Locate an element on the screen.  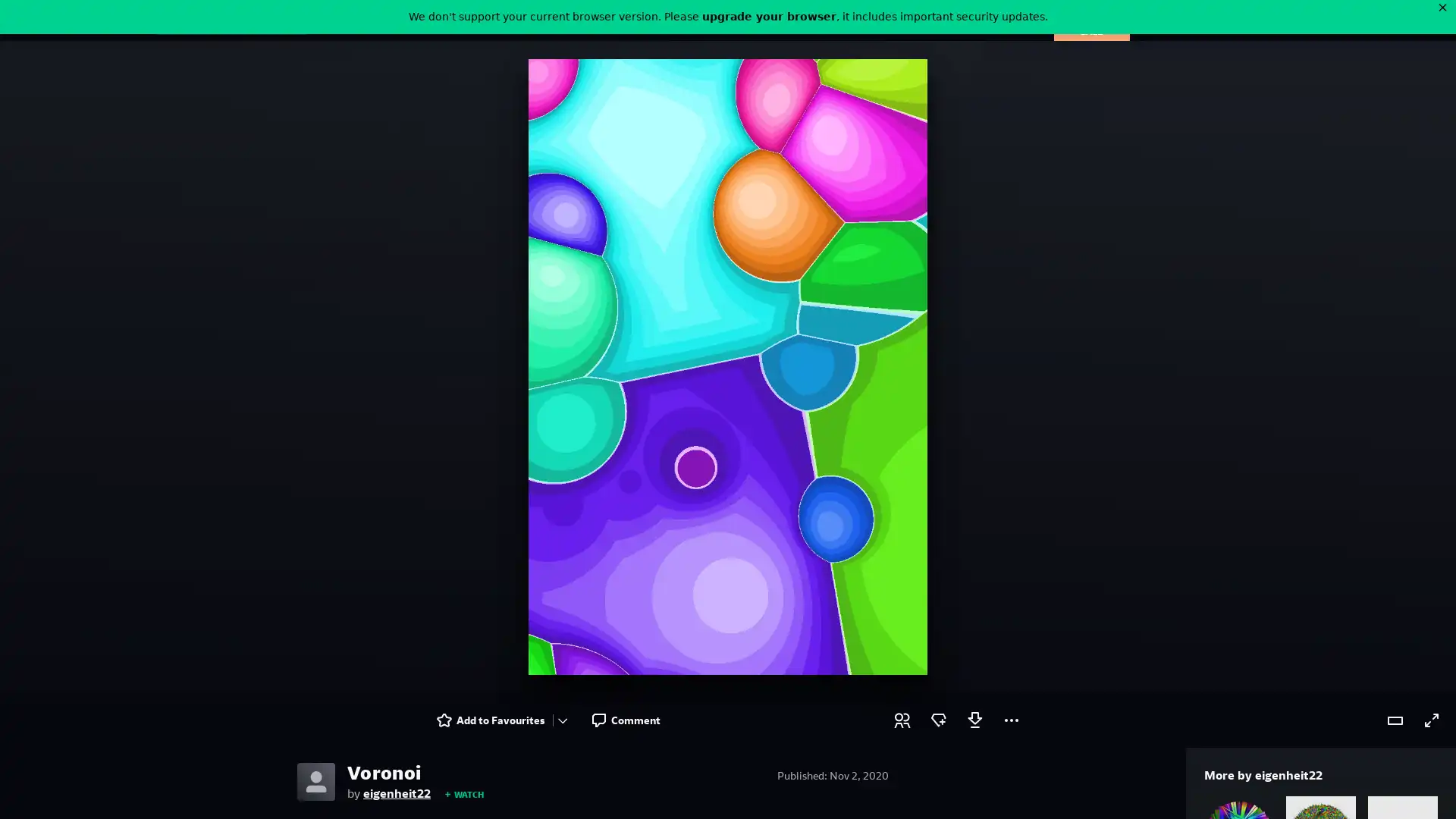
Award a badge is located at coordinates (803, 719).